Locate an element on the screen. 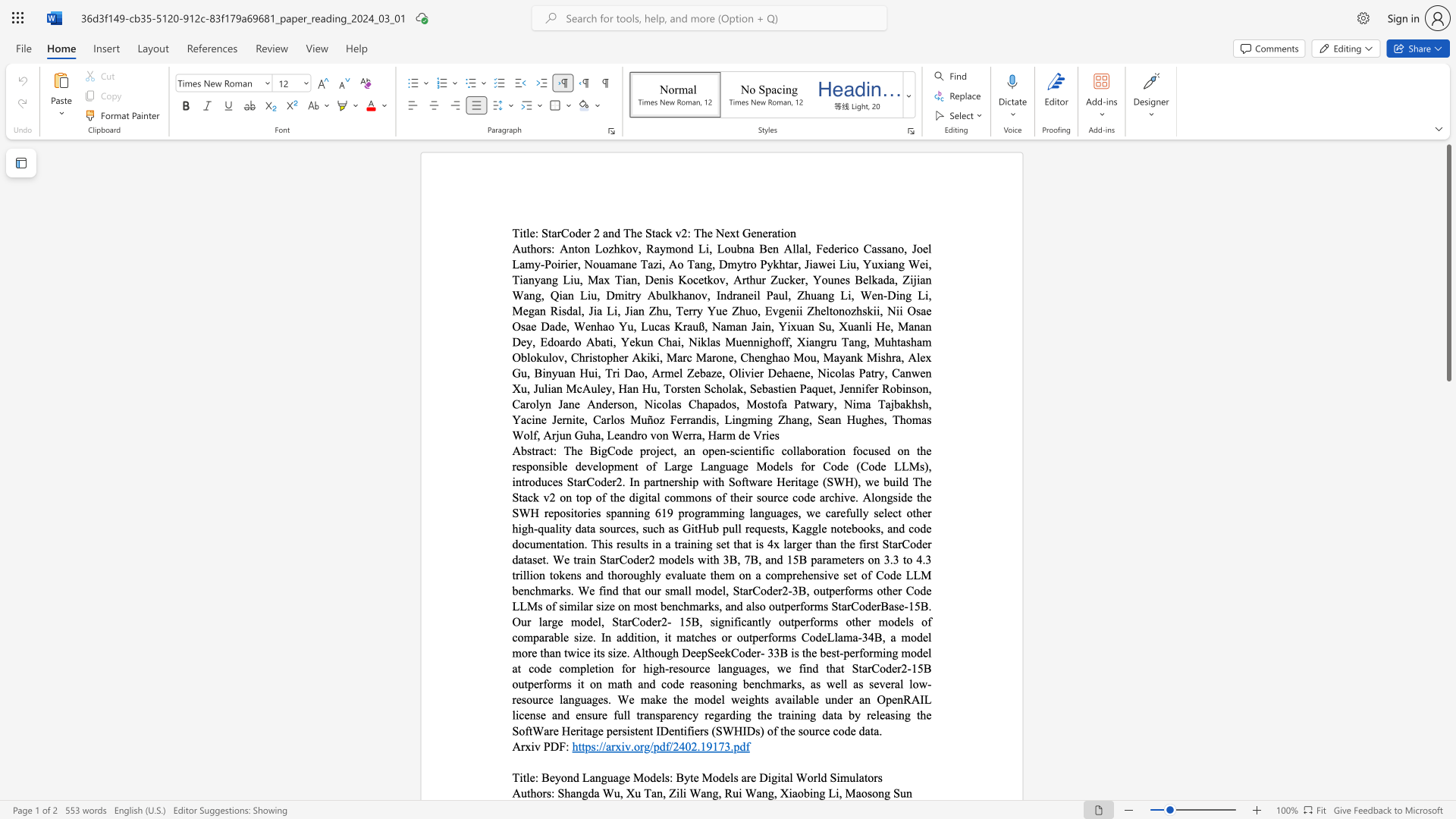 The image size is (1456, 819). the subset text "un" within the text "Maosong Sun" is located at coordinates (899, 792).